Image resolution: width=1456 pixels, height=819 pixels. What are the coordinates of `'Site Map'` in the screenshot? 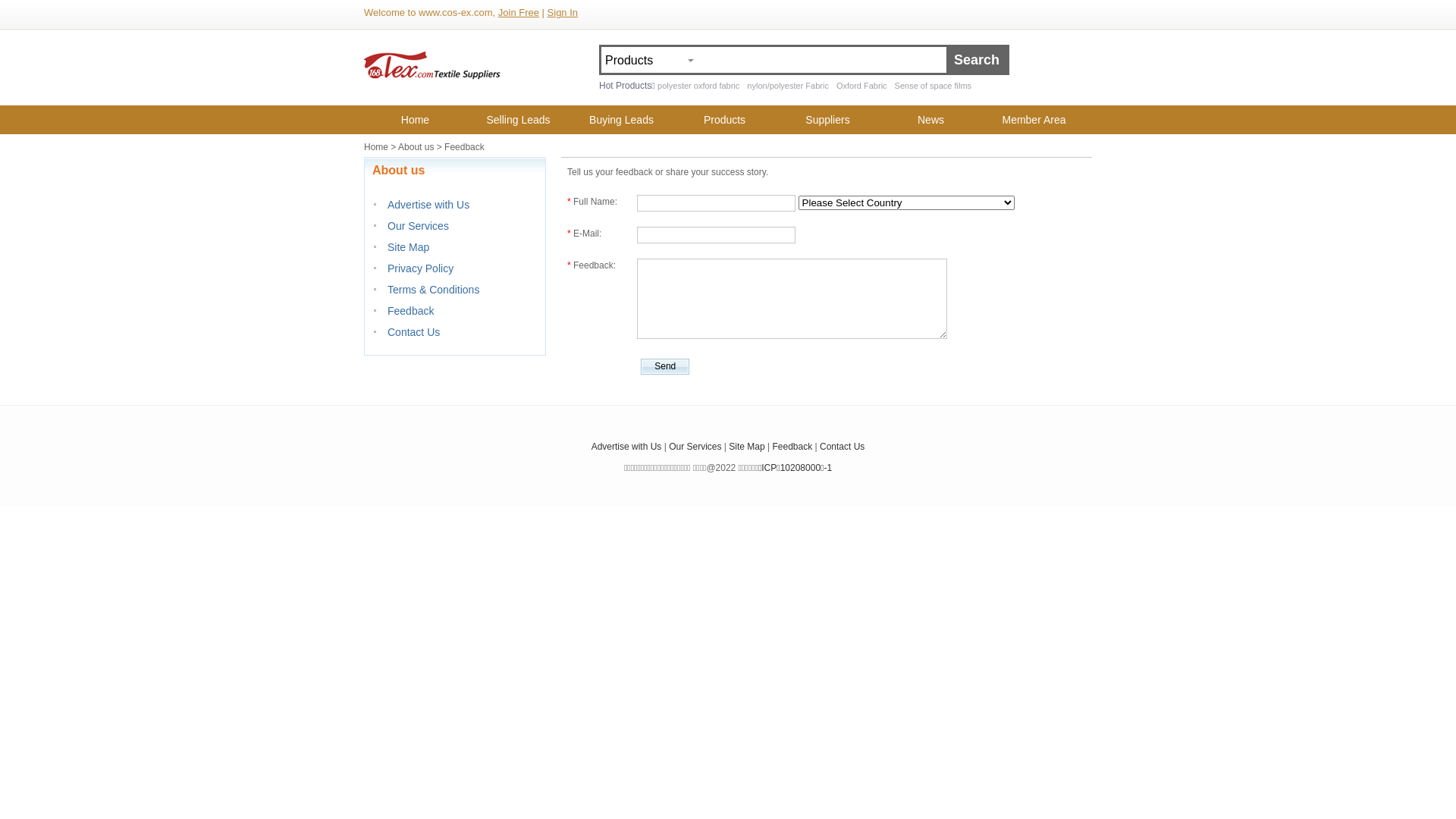 It's located at (408, 246).